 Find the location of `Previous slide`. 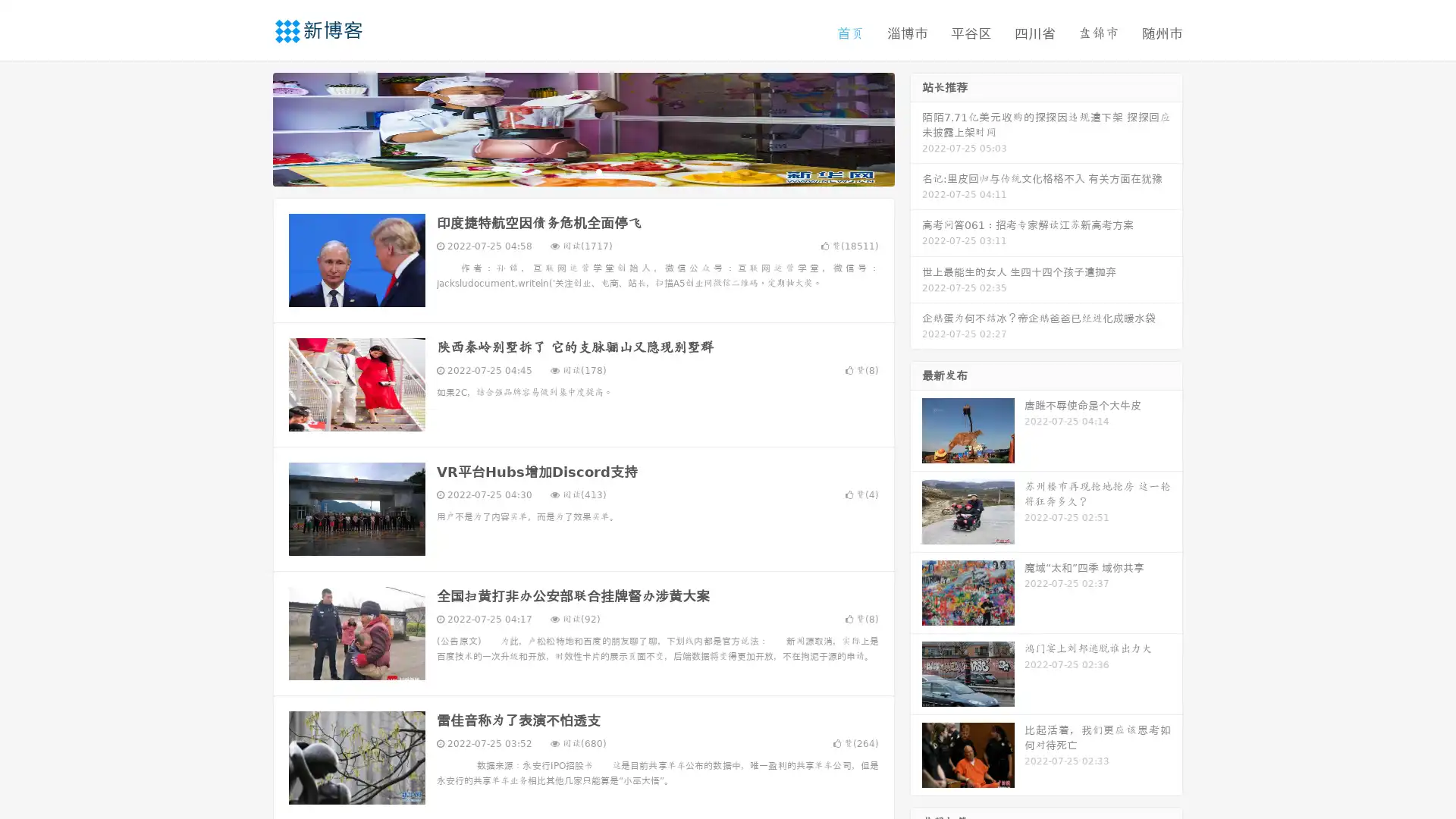

Previous slide is located at coordinates (250, 127).